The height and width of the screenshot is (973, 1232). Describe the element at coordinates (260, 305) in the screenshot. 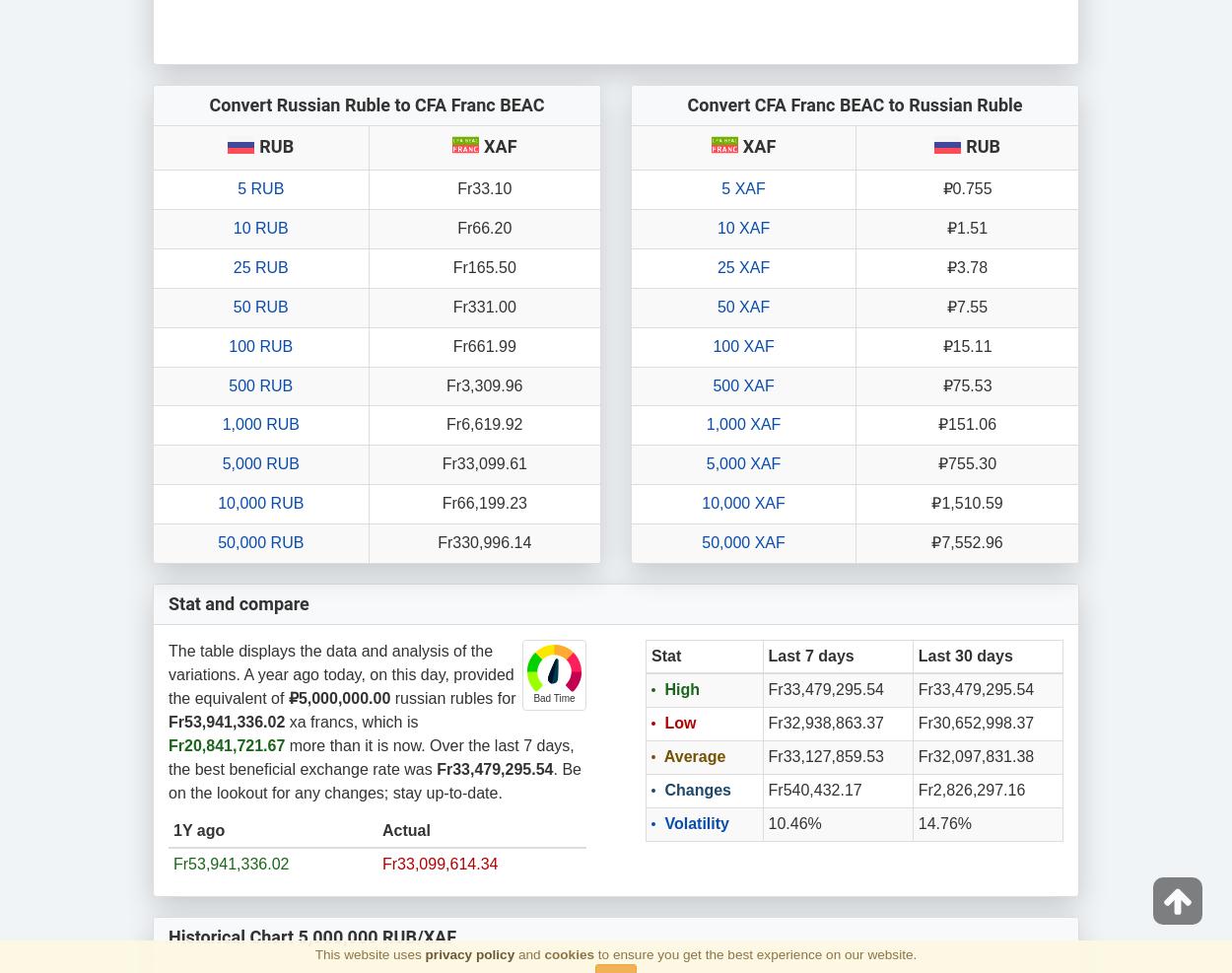

I see `'50 RUB'` at that location.